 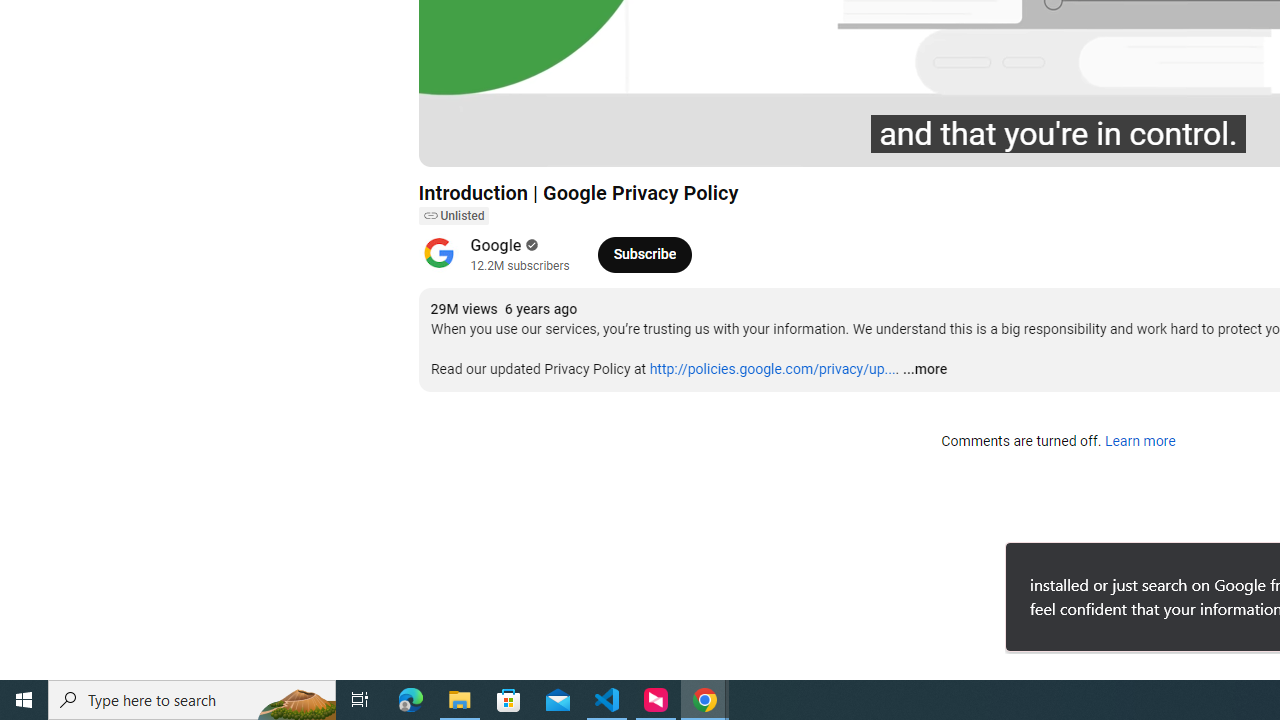 What do you see at coordinates (548, 141) in the screenshot?
I see `'Mute (m)'` at bounding box center [548, 141].